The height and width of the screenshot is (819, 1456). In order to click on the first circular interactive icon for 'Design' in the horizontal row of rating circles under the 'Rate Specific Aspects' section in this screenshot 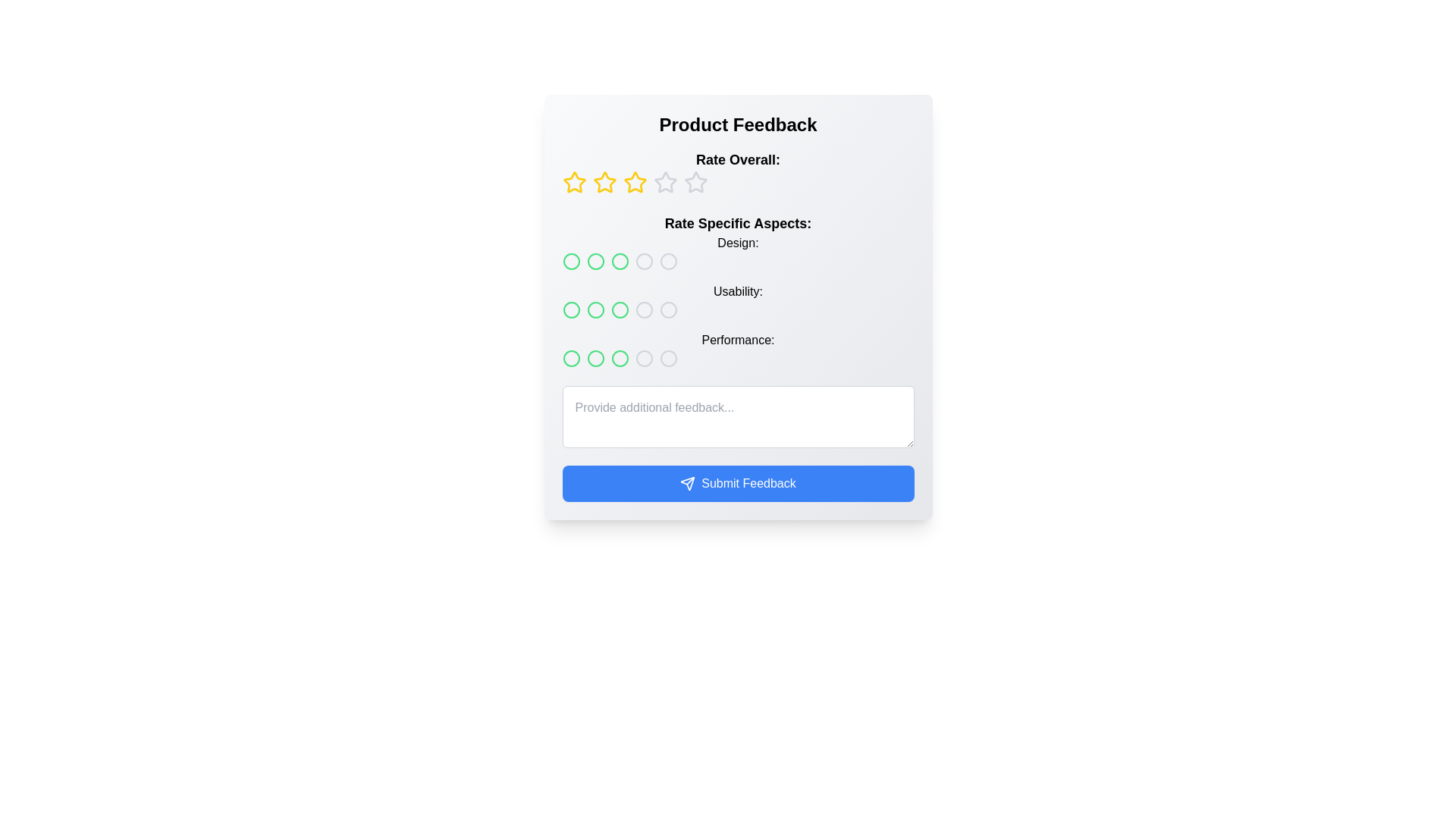, I will do `click(570, 260)`.